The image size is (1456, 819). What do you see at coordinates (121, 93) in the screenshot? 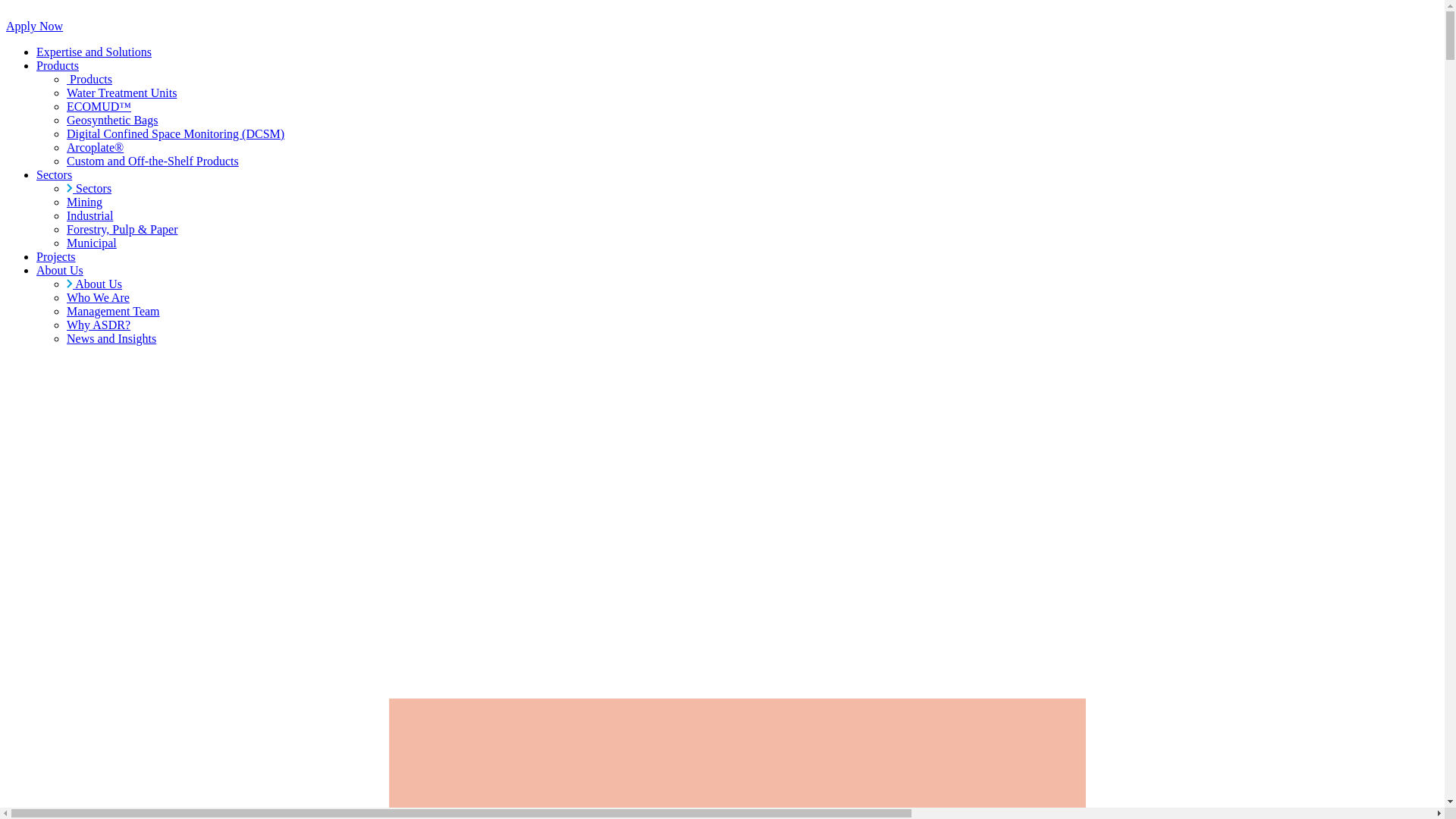
I see `'Water Treatment Units'` at bounding box center [121, 93].